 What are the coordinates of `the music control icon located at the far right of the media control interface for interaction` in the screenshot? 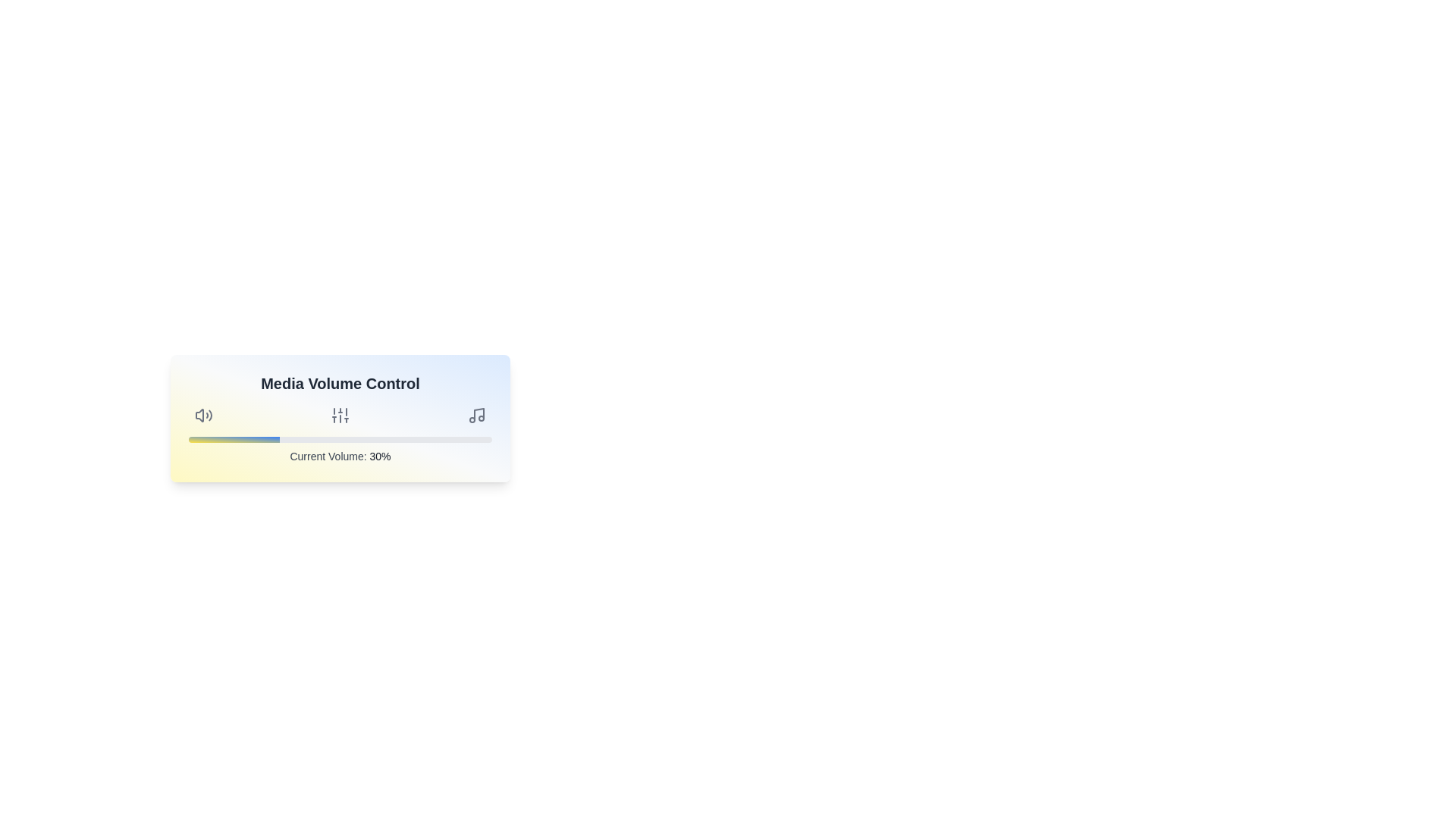 It's located at (479, 414).